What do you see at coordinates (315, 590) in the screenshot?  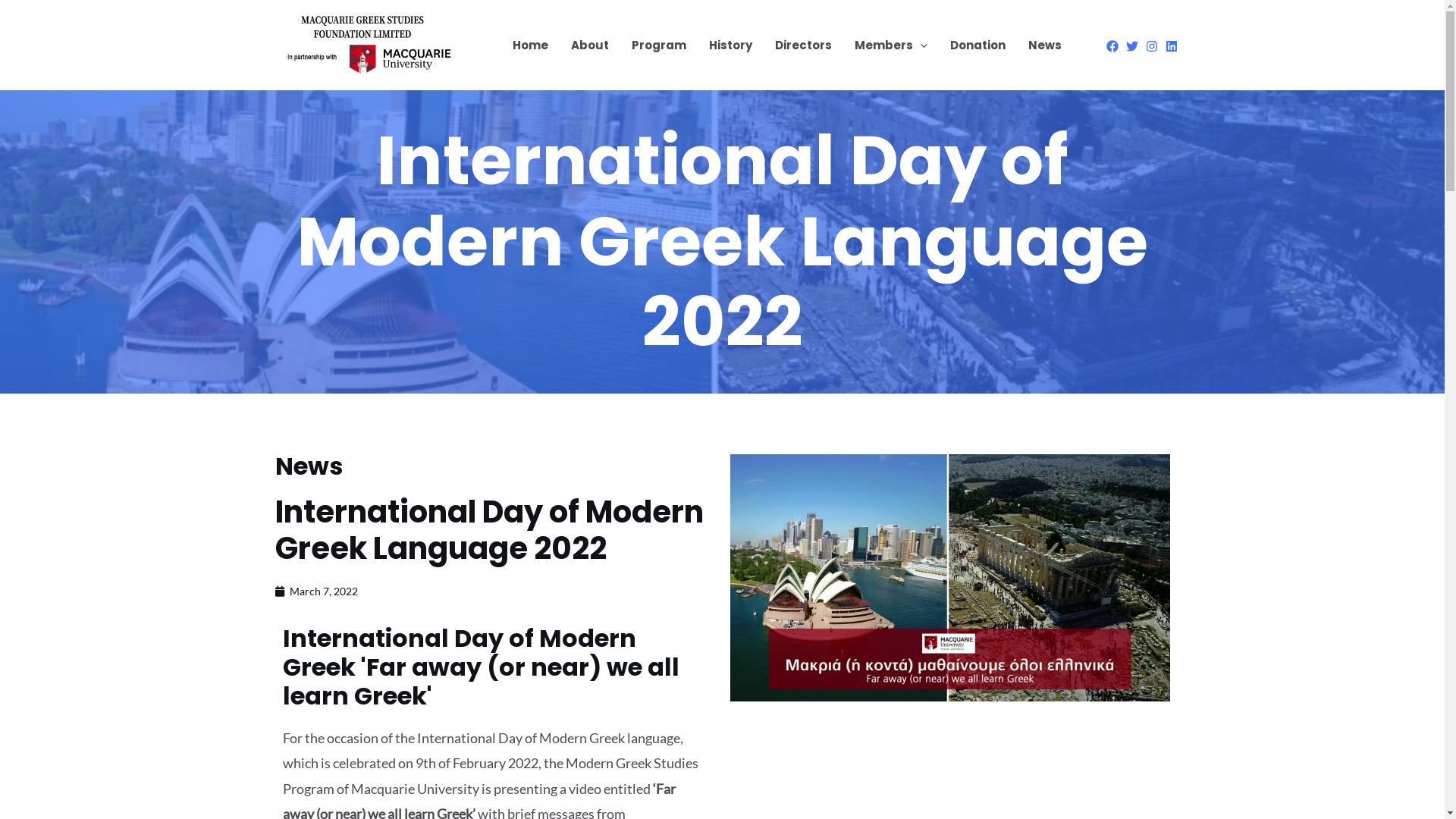 I see `'March 7, 2022'` at bounding box center [315, 590].